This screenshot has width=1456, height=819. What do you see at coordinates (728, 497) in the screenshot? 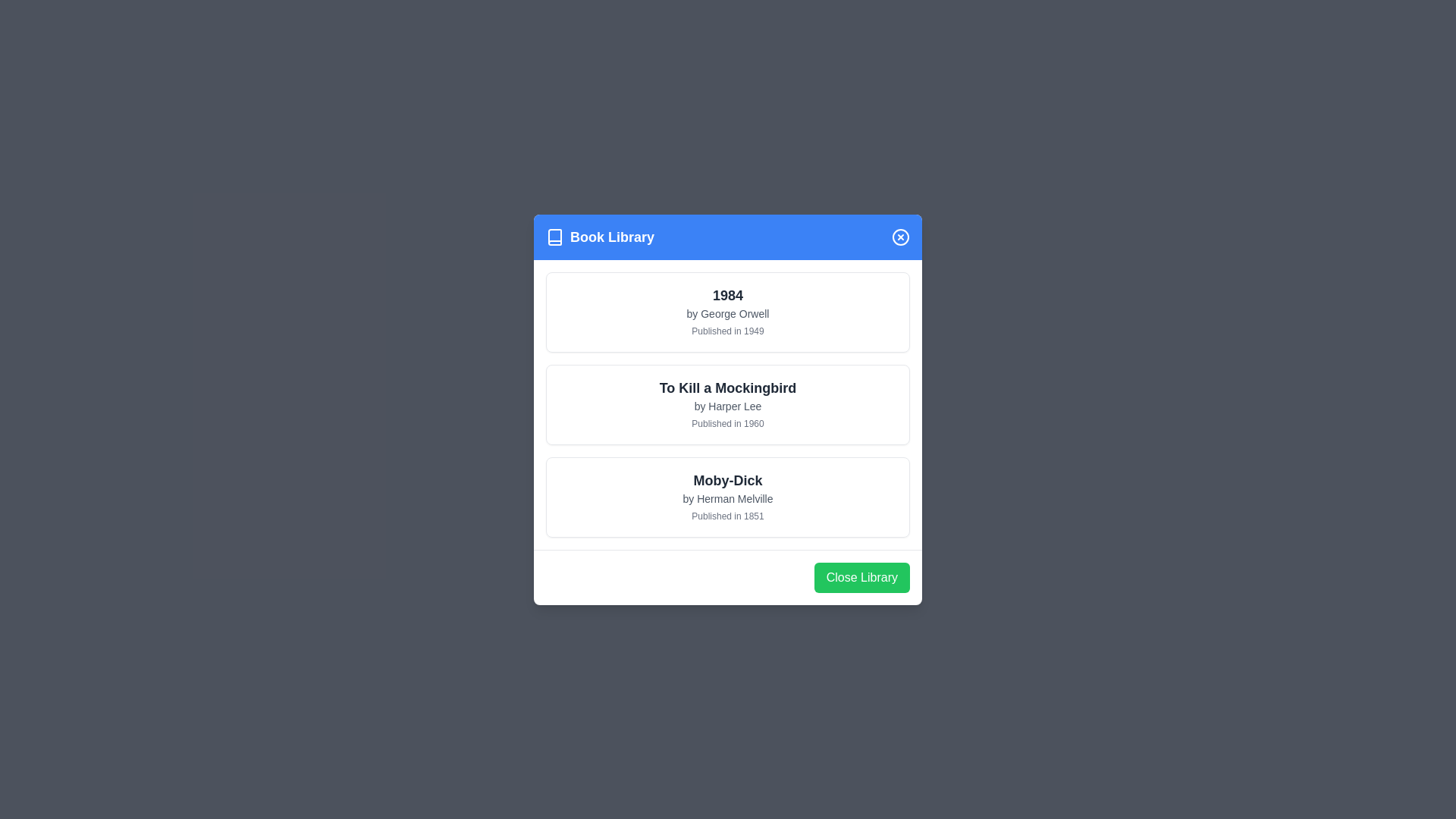
I see `the book card Moby-Dick to observe the shadow effect` at bounding box center [728, 497].